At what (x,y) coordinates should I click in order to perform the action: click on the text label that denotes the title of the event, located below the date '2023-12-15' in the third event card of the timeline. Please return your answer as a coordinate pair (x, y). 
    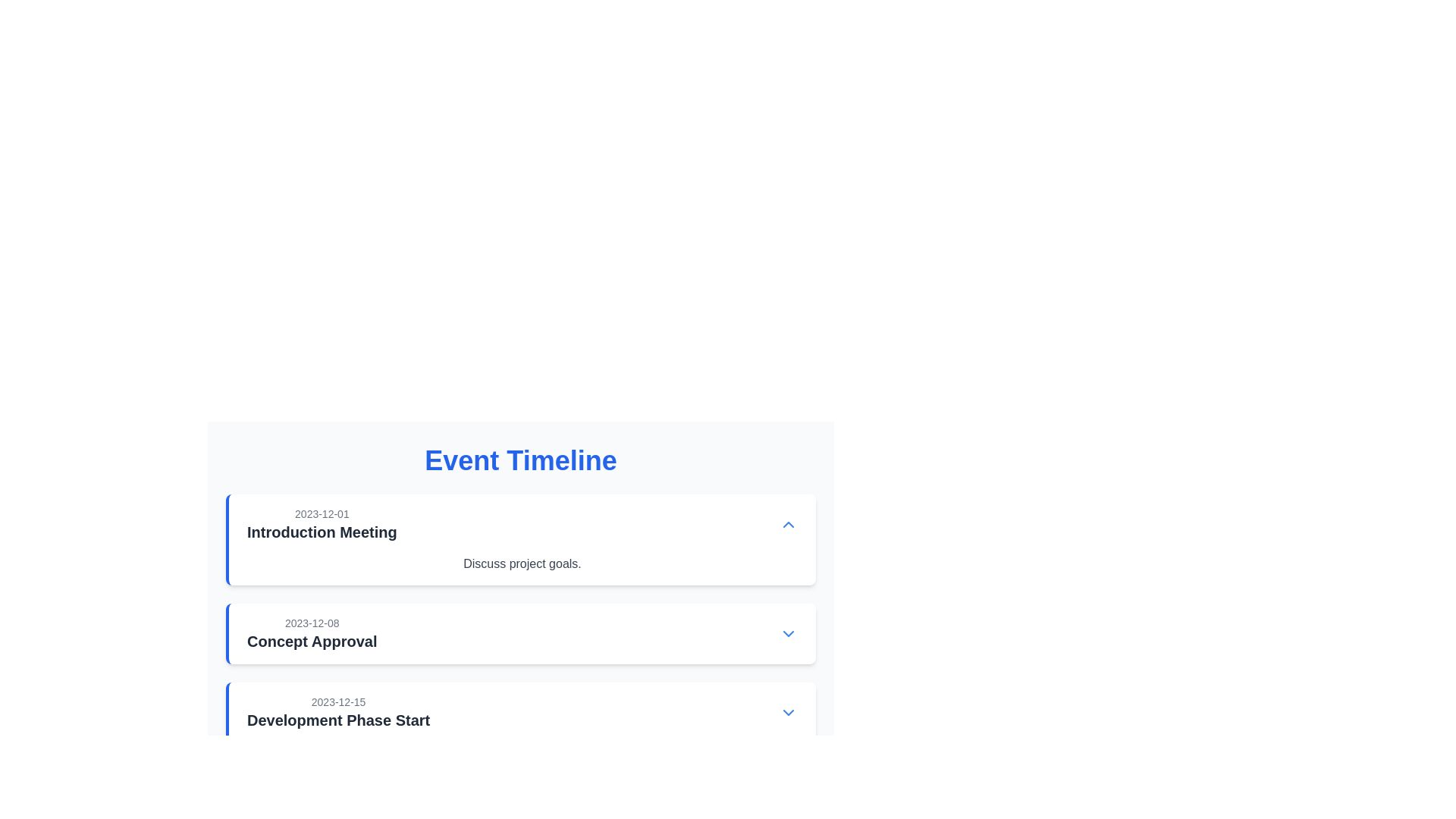
    Looking at the image, I should click on (337, 719).